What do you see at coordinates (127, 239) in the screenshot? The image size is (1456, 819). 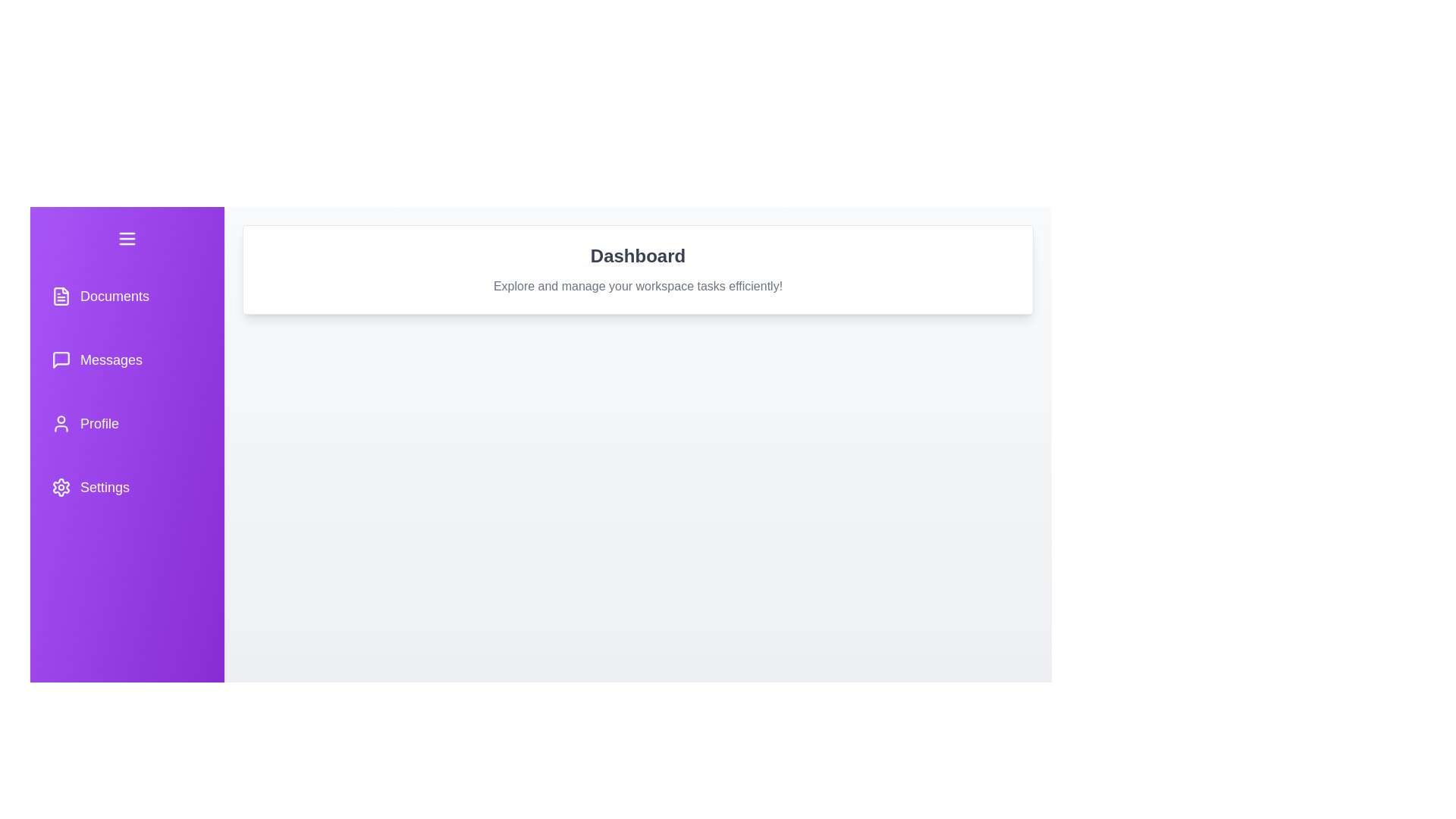 I see `the toggle button to change the drawer's visibility` at bounding box center [127, 239].